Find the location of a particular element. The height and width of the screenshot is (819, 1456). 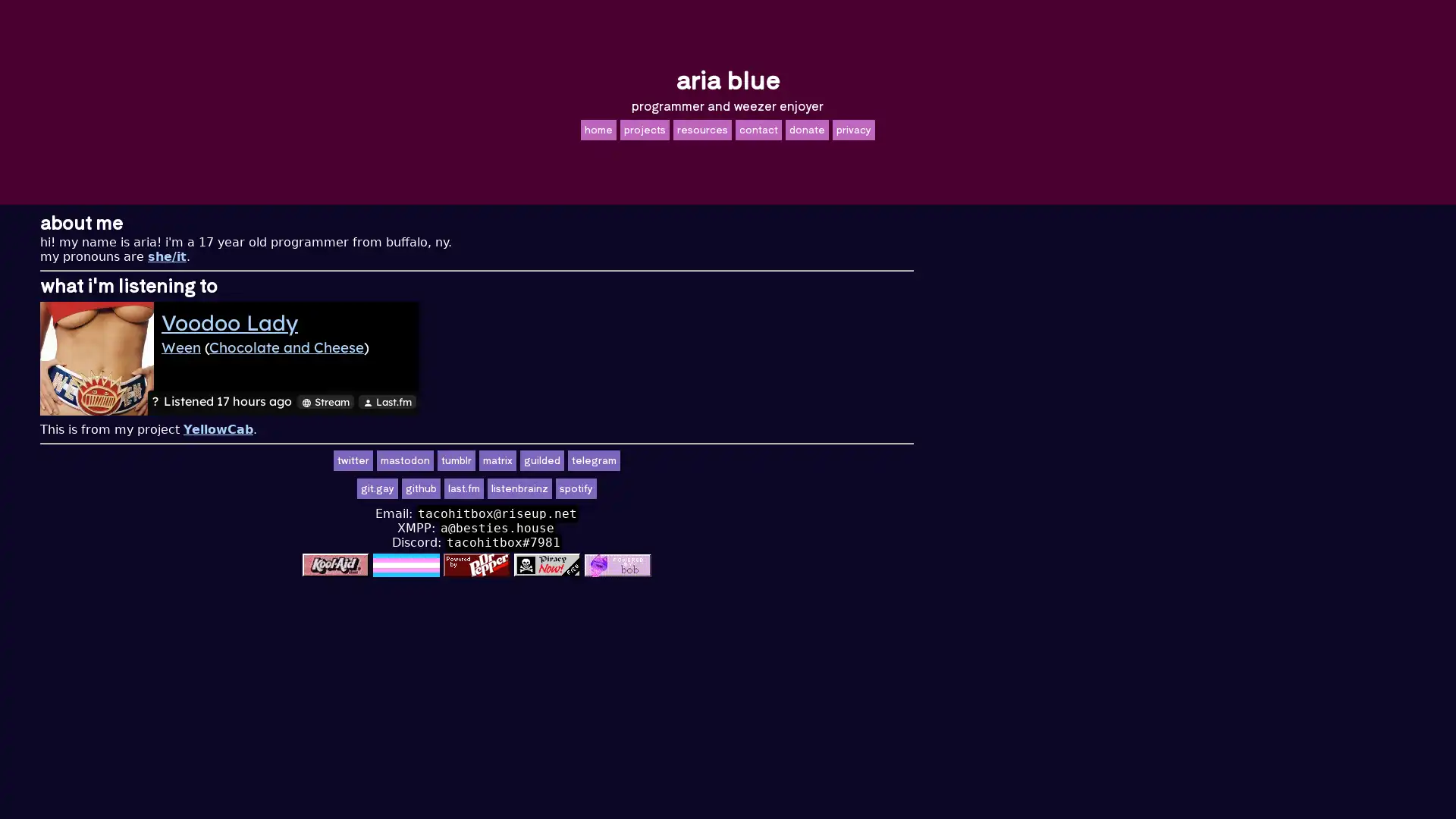

tumblr is located at coordinates (706, 460).